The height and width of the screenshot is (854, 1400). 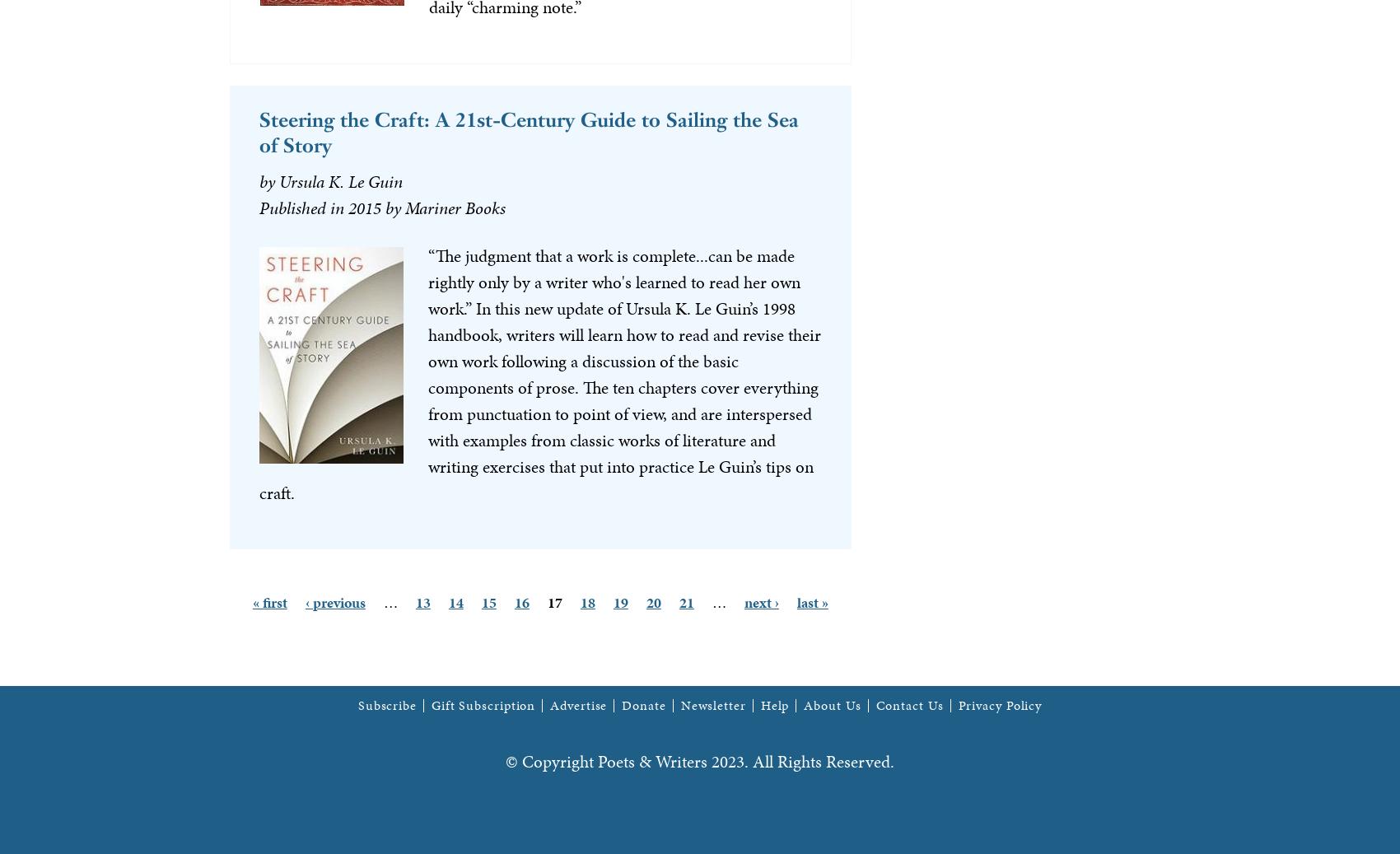 I want to click on 'Newsletter', so click(x=679, y=704).